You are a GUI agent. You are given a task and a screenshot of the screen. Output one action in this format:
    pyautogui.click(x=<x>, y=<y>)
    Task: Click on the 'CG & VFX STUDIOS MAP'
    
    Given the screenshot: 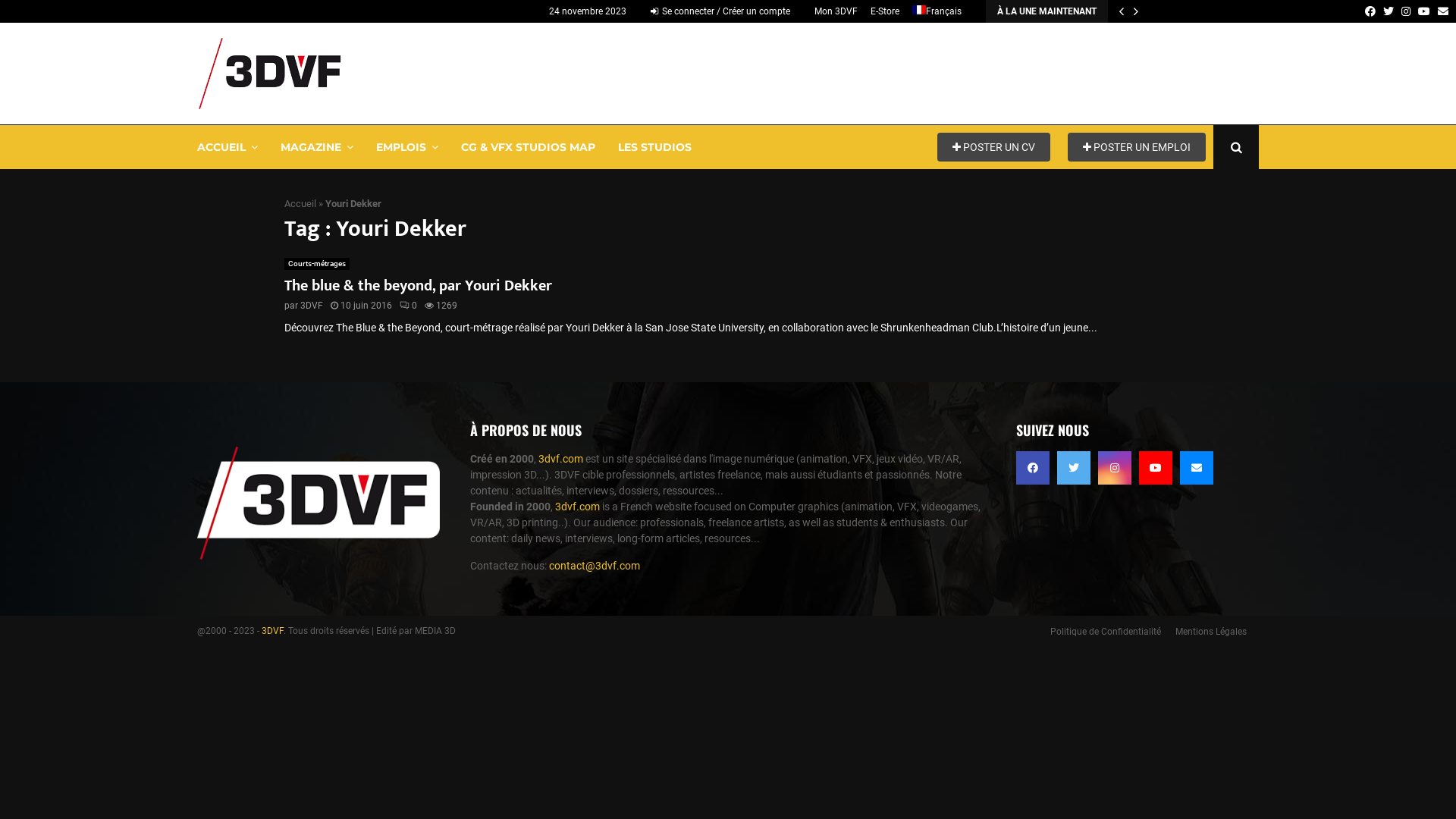 What is the action you would take?
    pyautogui.click(x=528, y=146)
    